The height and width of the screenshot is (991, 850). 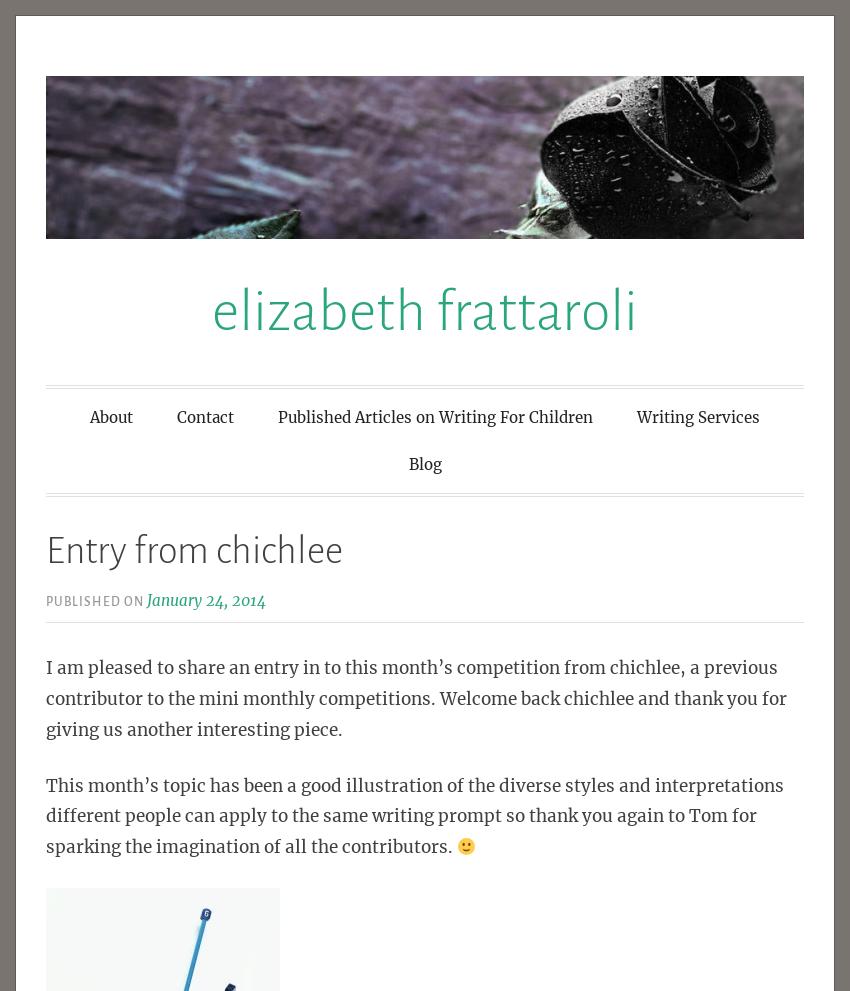 I want to click on 'elizabeth frattaroli', so click(x=425, y=309).